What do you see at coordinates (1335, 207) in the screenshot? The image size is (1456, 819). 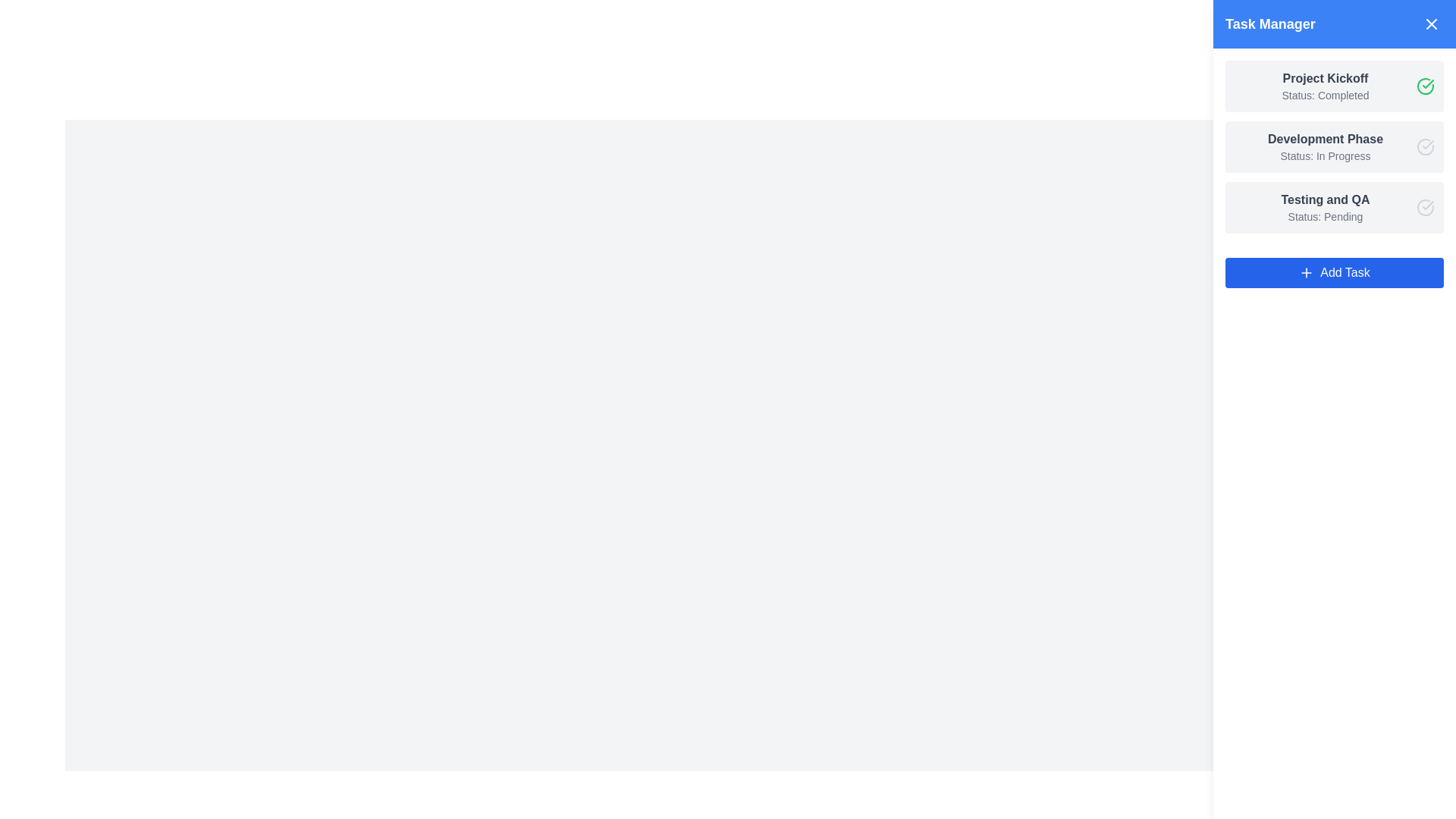 I see `the 'Testing and QA' task item in the task management panel` at bounding box center [1335, 207].